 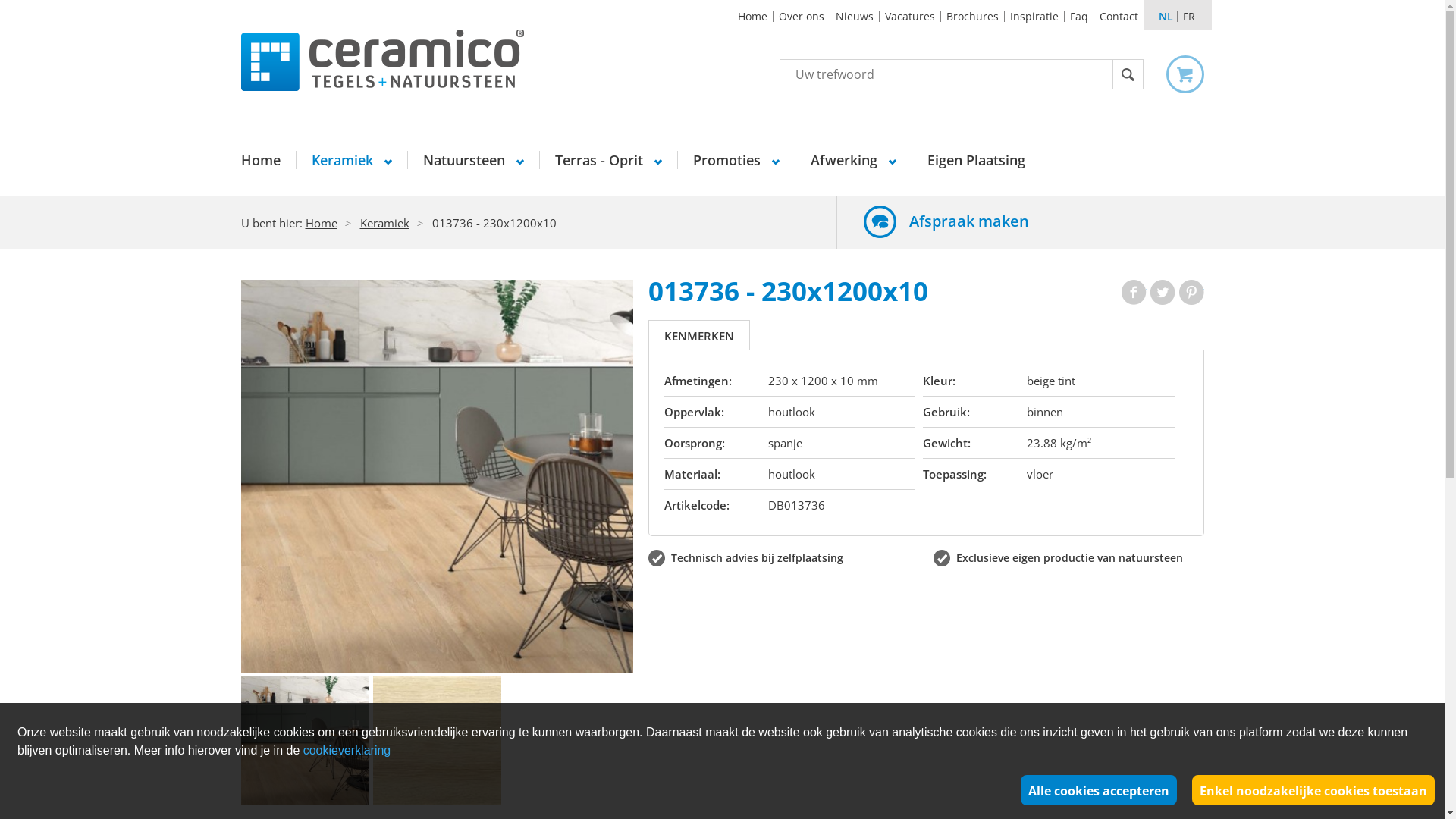 What do you see at coordinates (1118, 16) in the screenshot?
I see `'Contact'` at bounding box center [1118, 16].